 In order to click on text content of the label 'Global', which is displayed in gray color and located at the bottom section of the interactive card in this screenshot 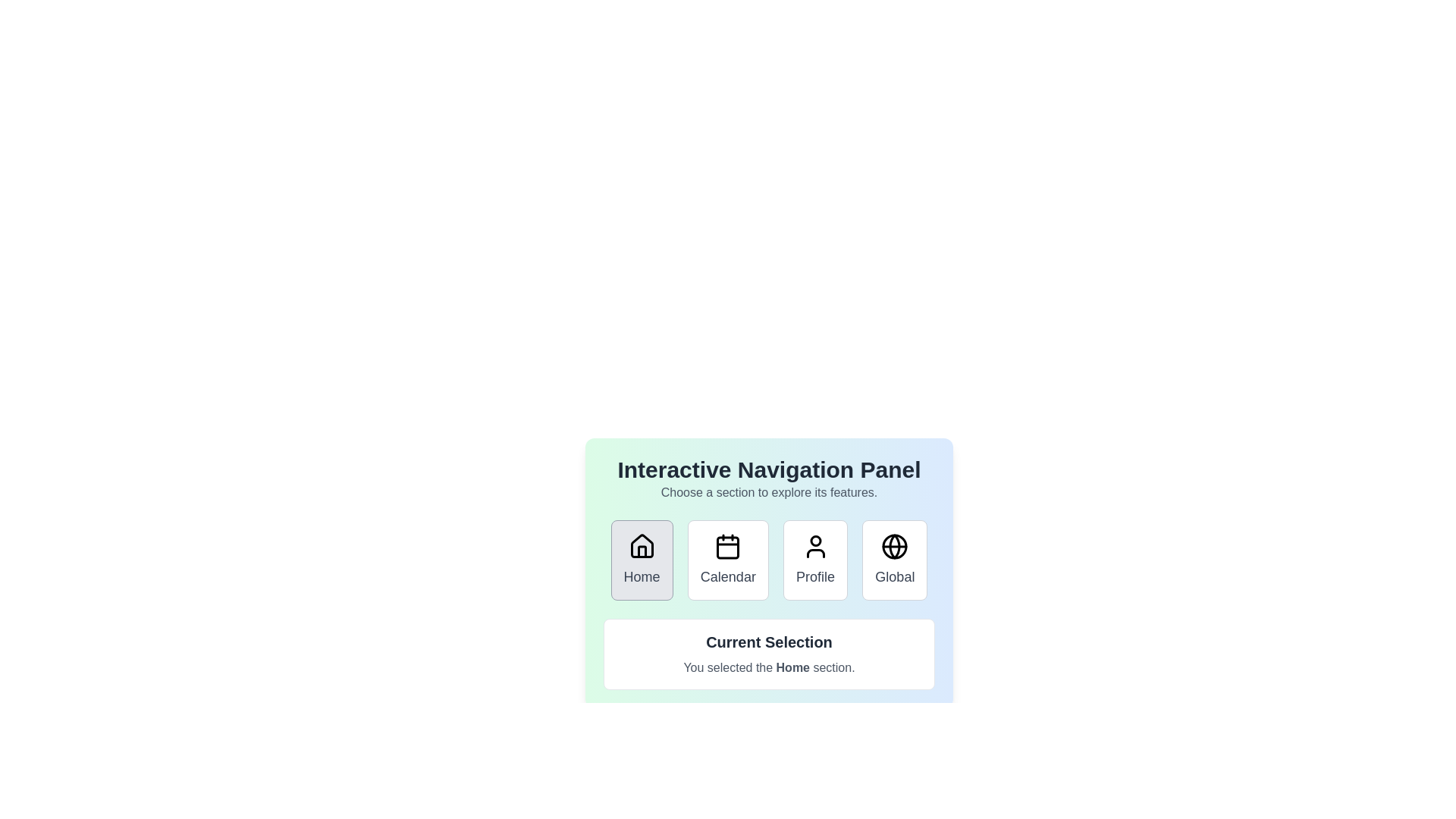, I will do `click(895, 576)`.